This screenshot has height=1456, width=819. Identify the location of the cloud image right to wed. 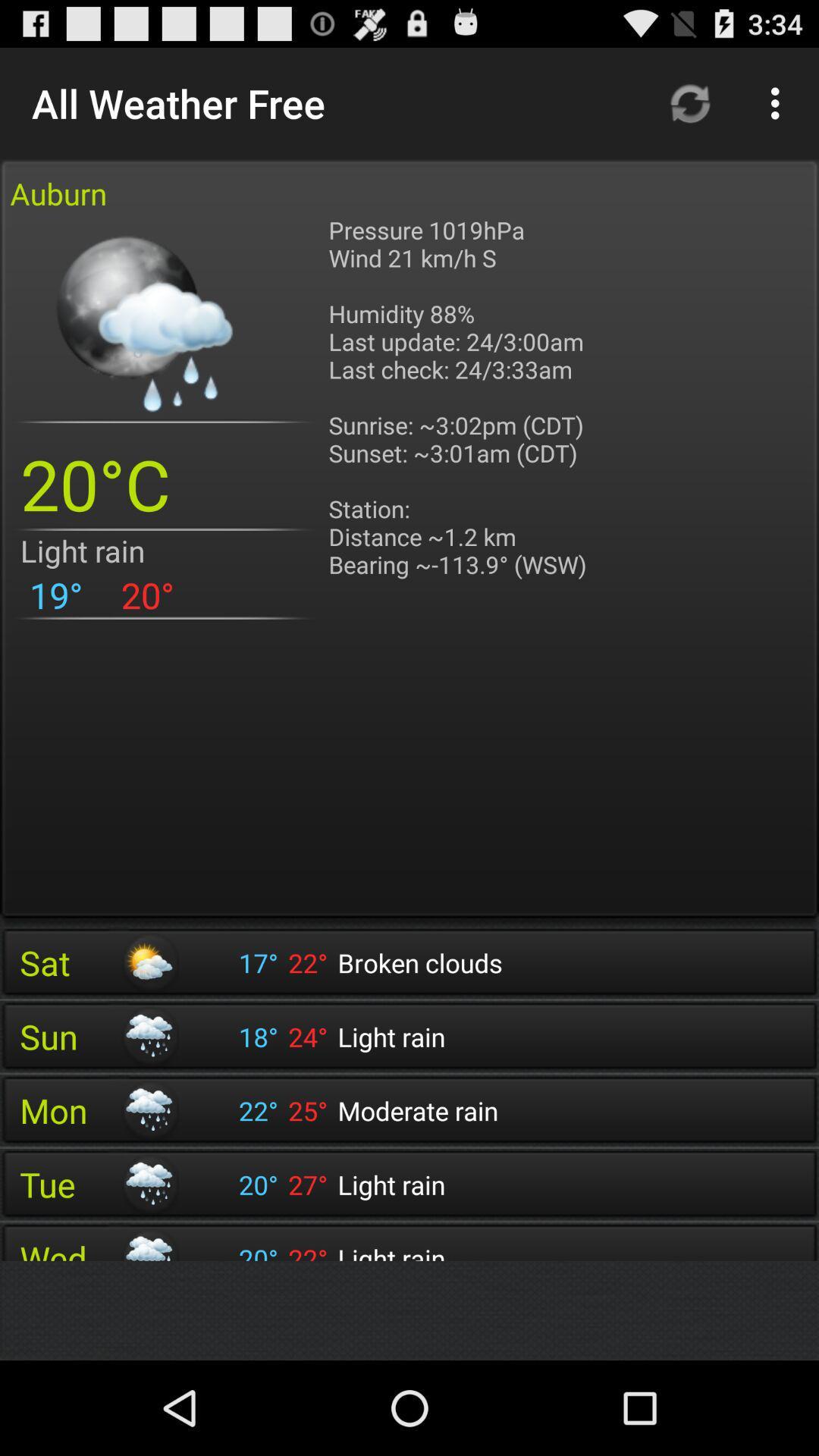
(149, 1244).